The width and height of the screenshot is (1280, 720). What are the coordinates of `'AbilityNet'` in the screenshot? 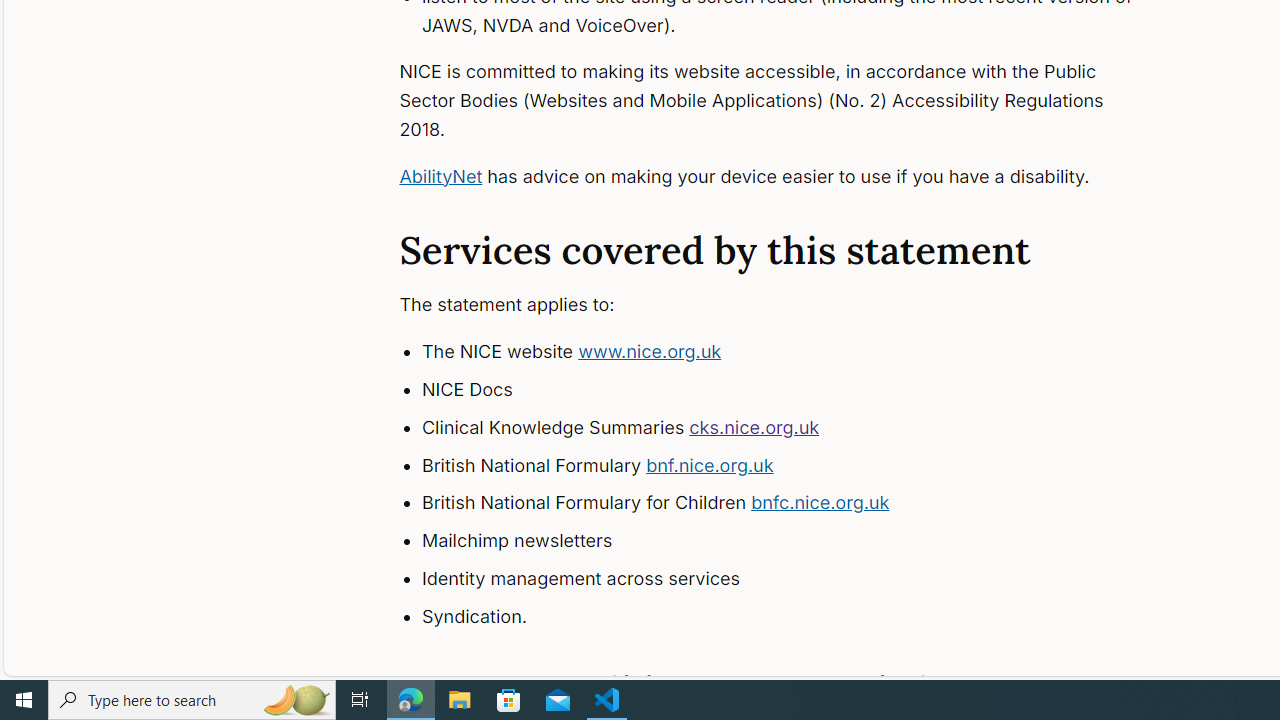 It's located at (439, 175).